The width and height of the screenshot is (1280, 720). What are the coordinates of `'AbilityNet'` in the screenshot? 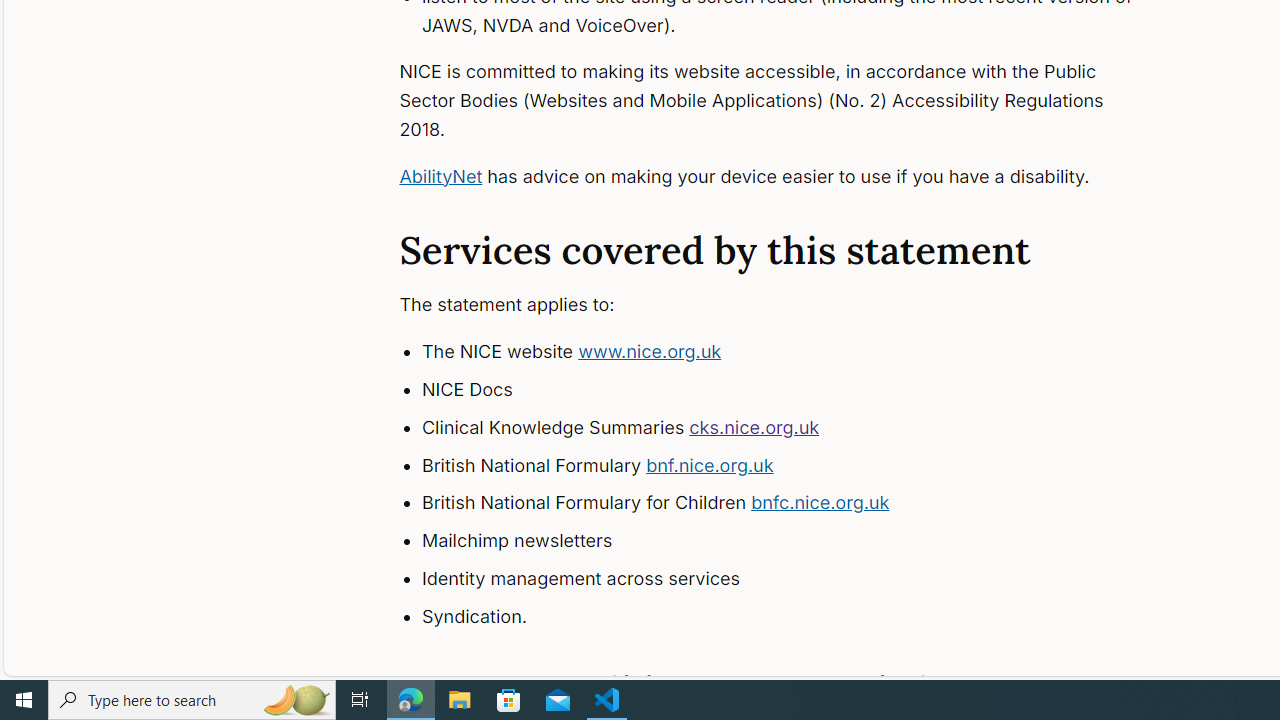 It's located at (439, 175).